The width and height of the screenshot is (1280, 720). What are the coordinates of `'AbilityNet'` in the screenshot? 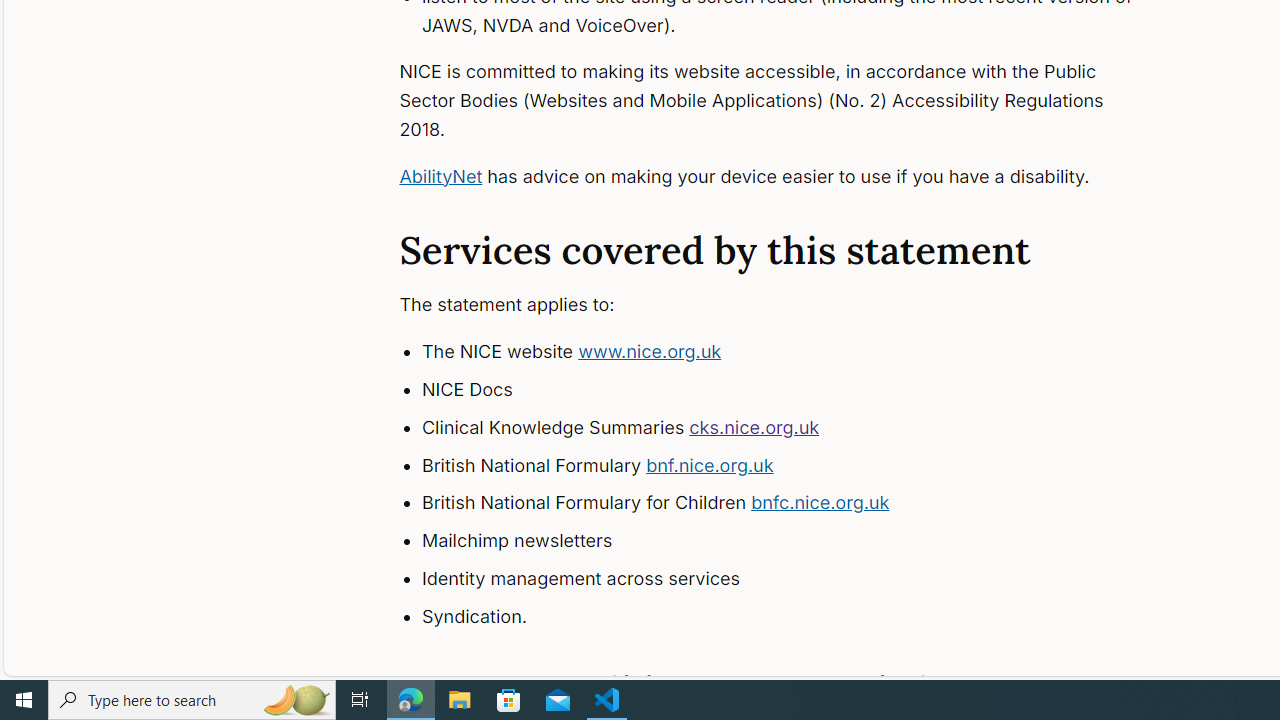 It's located at (439, 175).